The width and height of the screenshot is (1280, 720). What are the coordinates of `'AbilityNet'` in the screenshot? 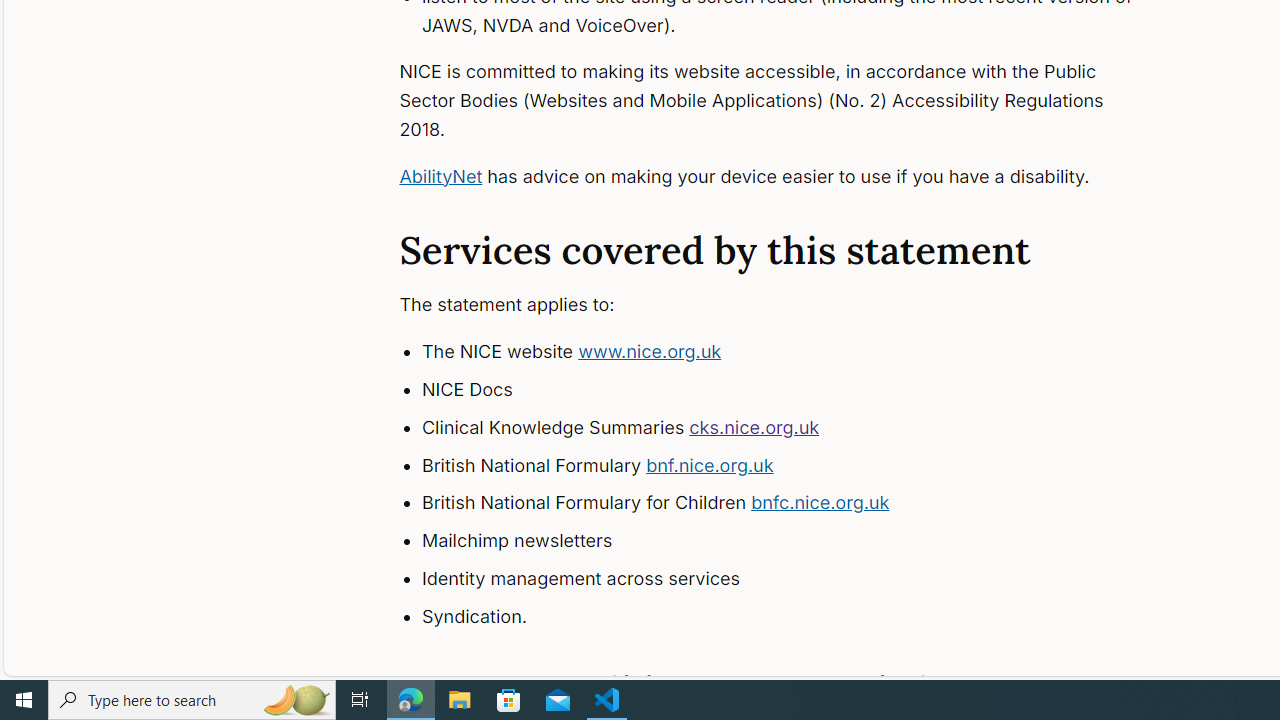 It's located at (439, 175).